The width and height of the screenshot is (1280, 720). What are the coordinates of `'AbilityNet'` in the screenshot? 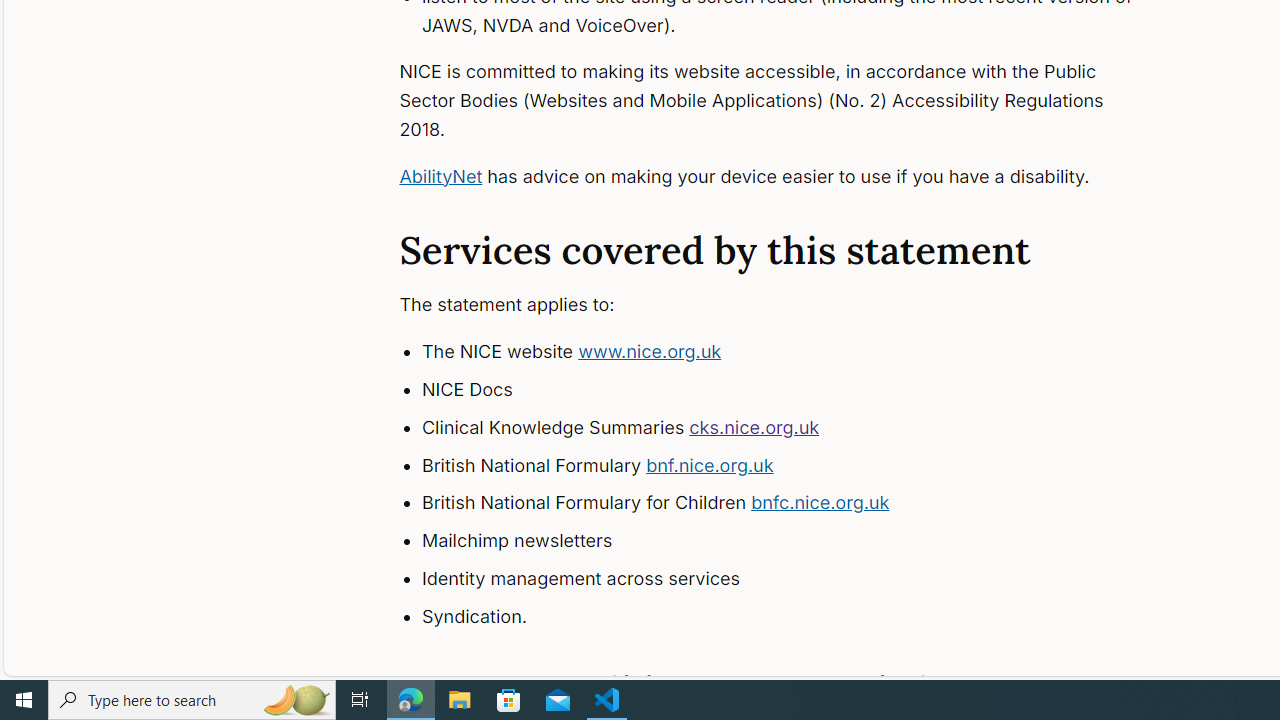 It's located at (439, 175).